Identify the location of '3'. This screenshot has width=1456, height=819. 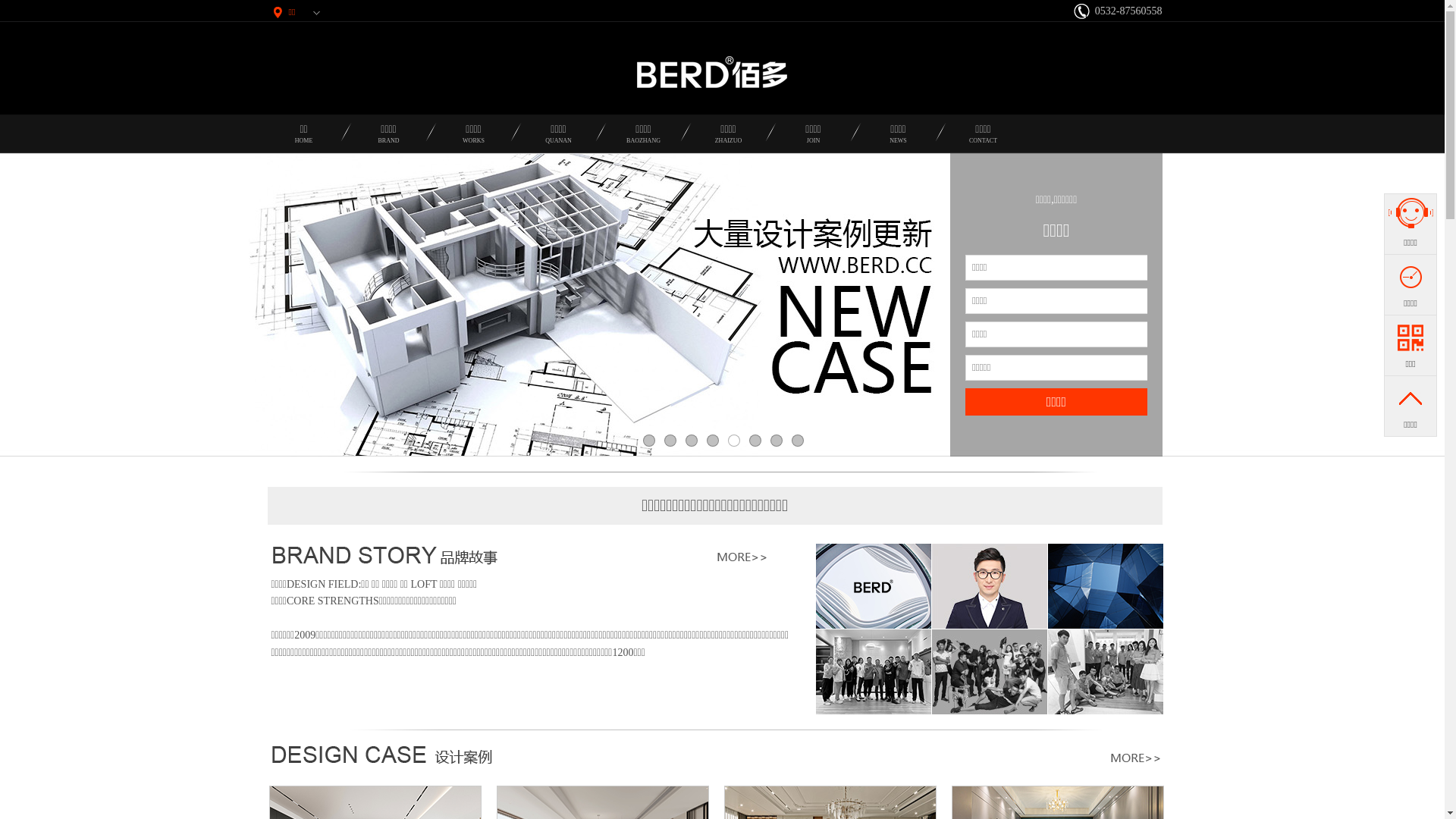
(691, 441).